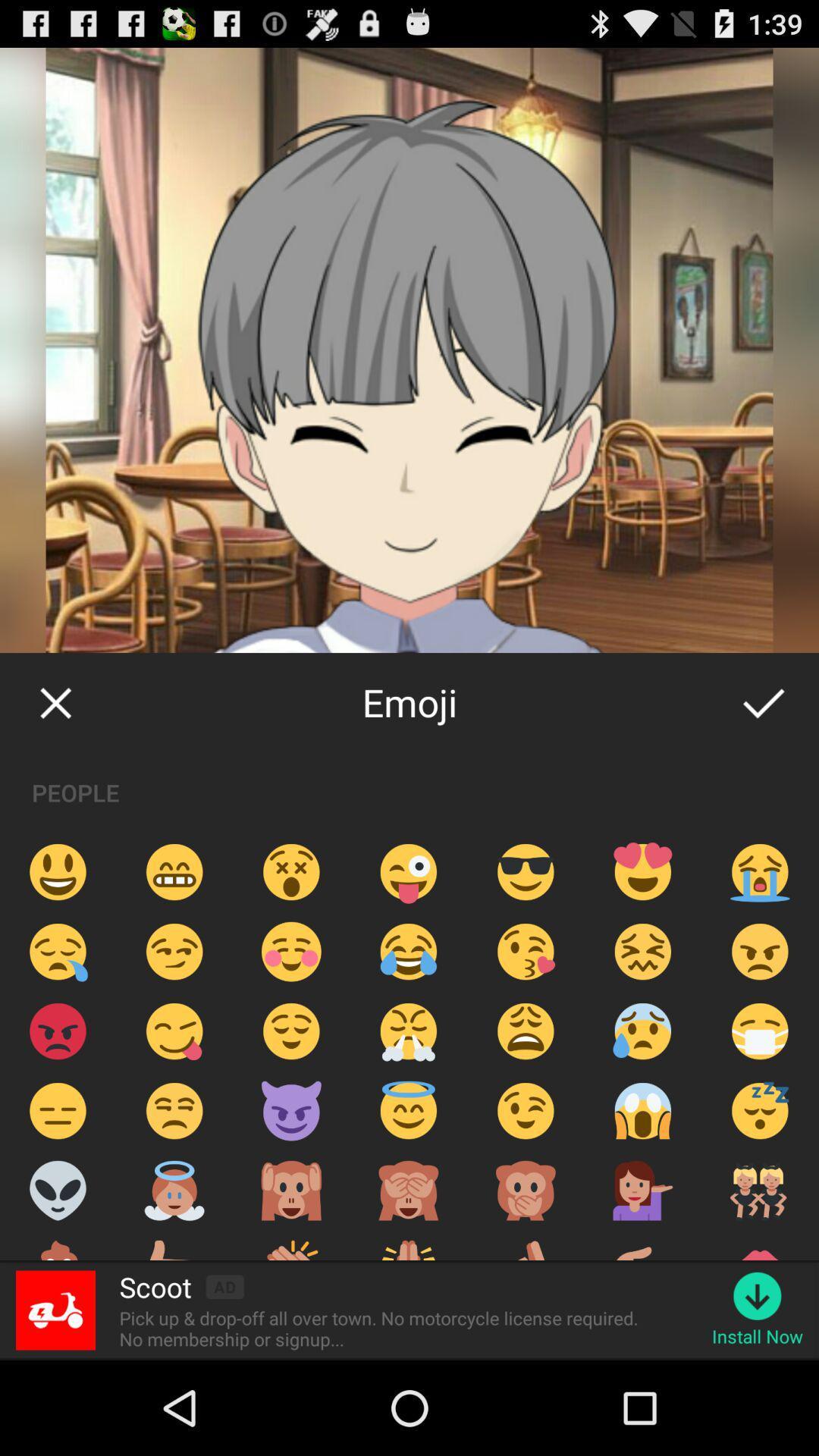  What do you see at coordinates (763, 701) in the screenshot?
I see `item next to the emoji` at bounding box center [763, 701].